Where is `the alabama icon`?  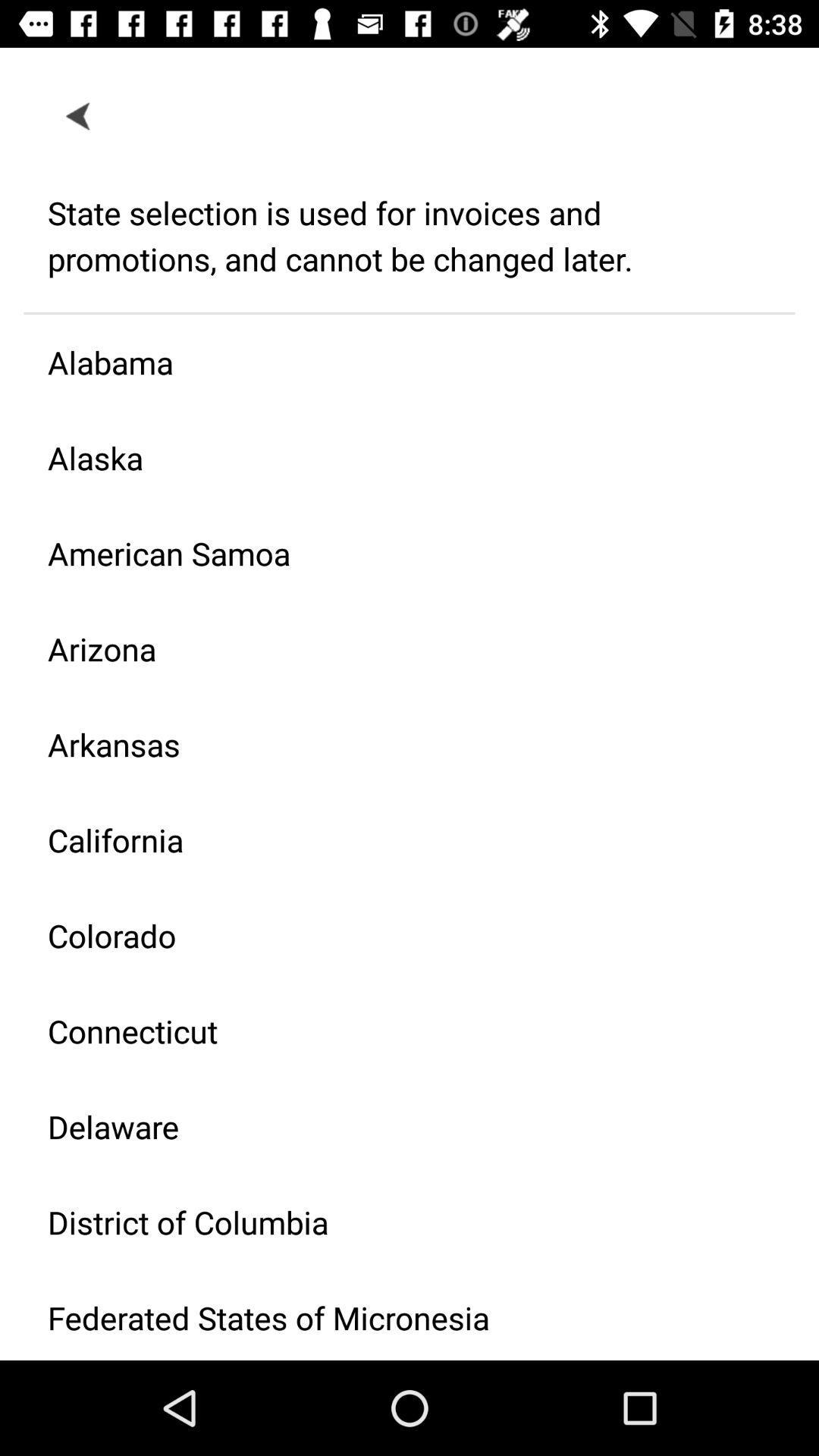 the alabama icon is located at coordinates (397, 361).